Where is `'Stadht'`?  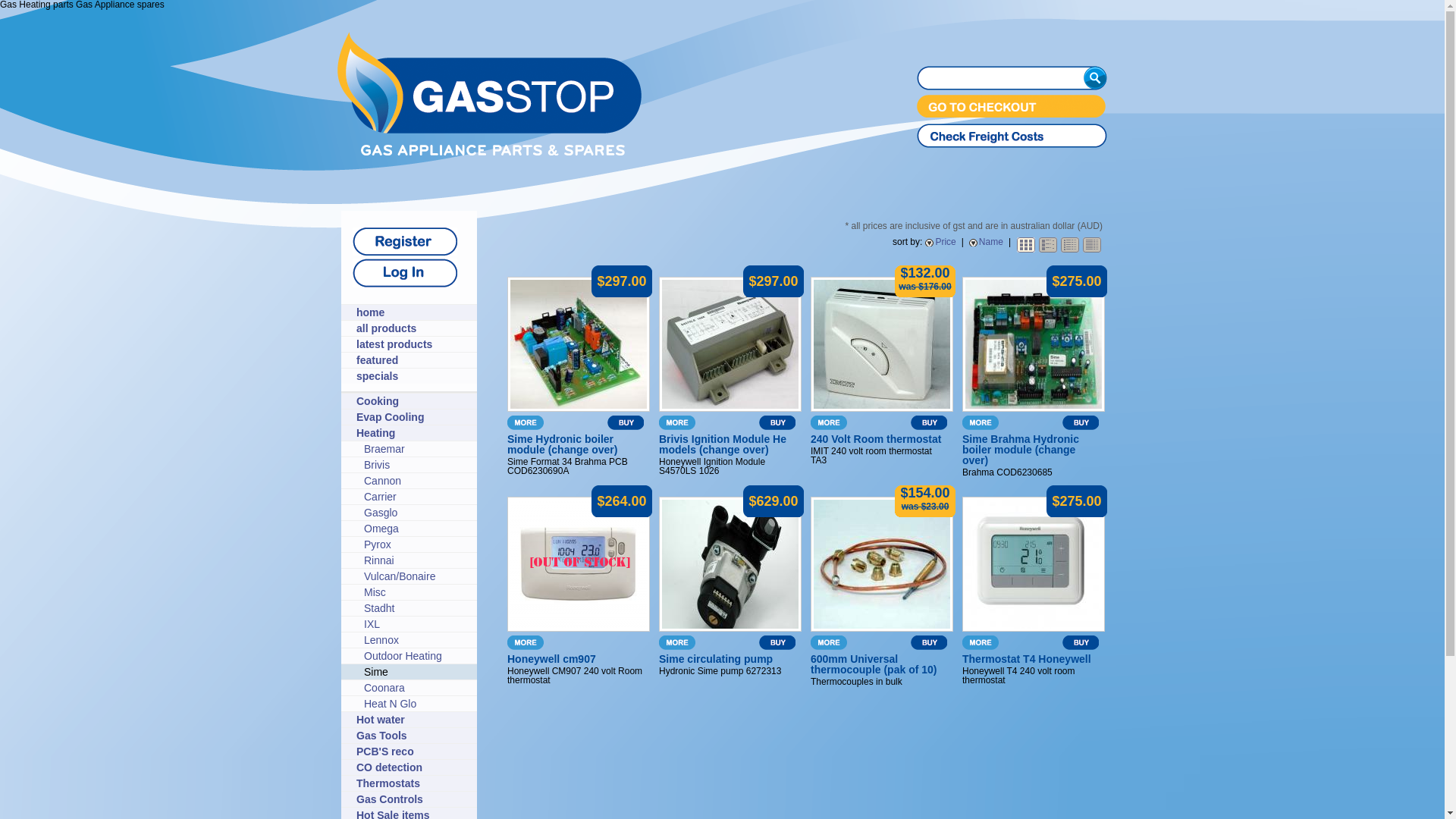 'Stadht' is located at coordinates (364, 607).